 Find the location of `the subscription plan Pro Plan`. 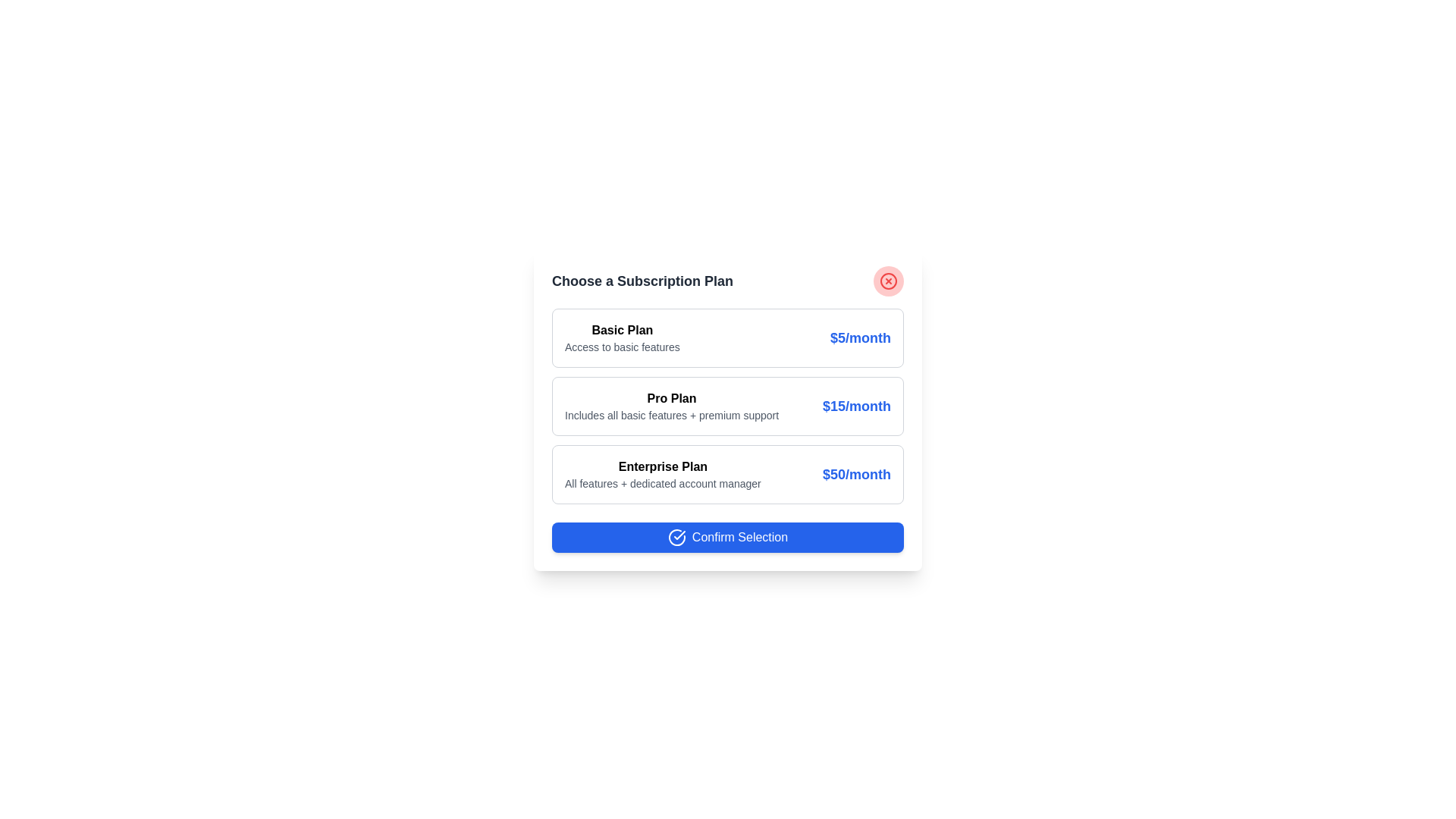

the subscription plan Pro Plan is located at coordinates (728, 406).